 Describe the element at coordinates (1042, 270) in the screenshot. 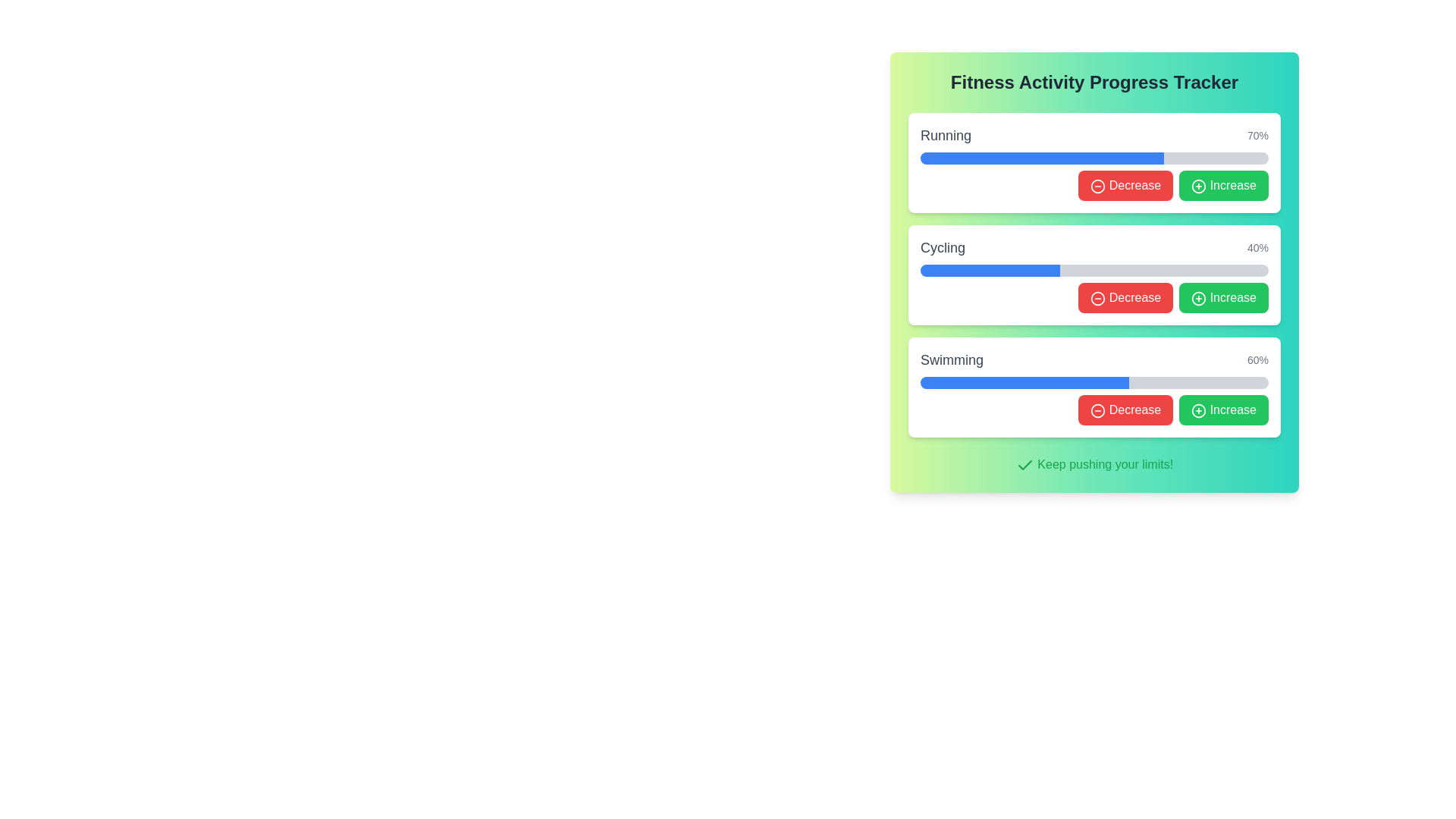

I see `the progress for cycling activity` at that location.